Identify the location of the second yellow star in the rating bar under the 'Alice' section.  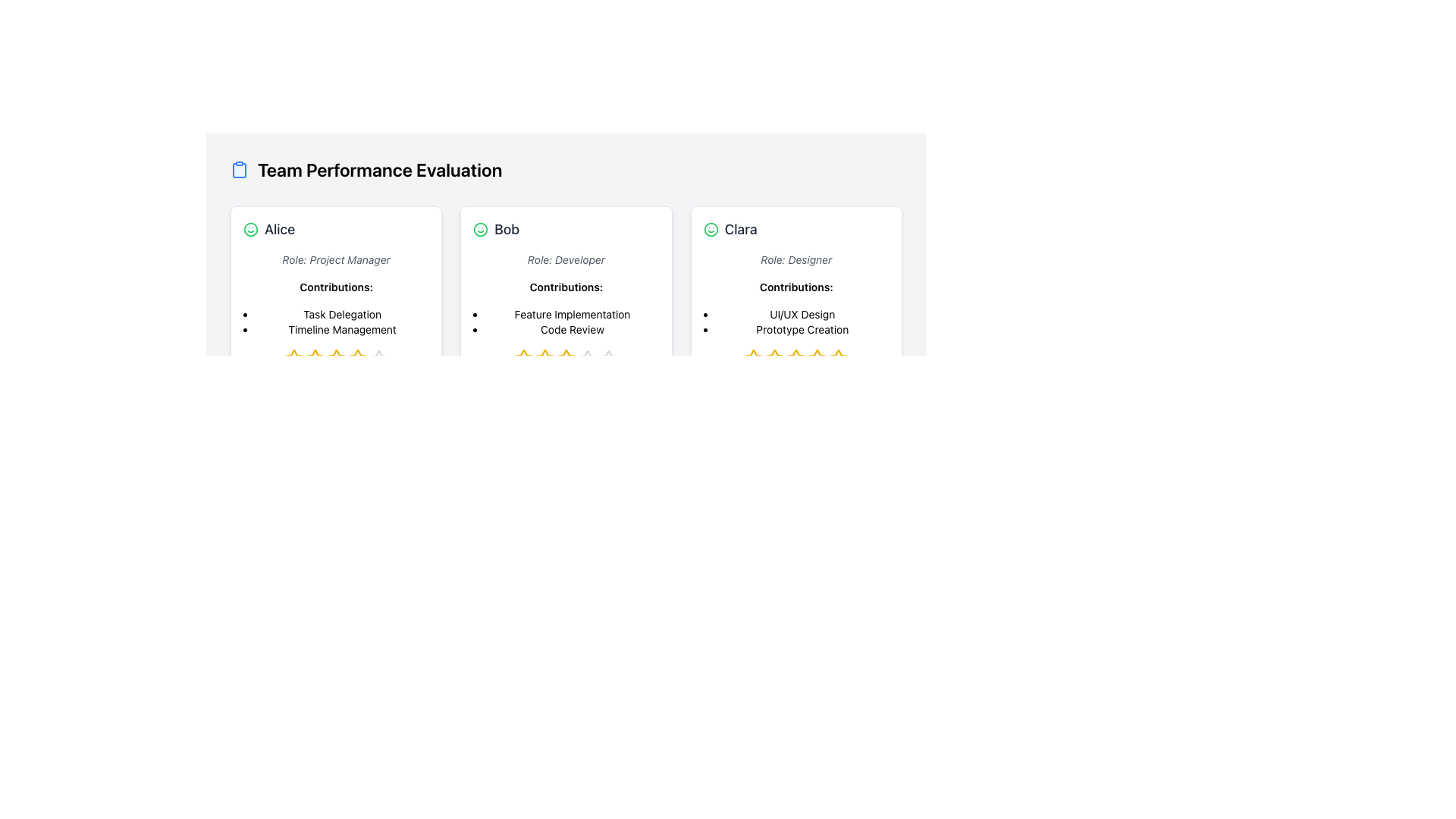
(314, 358).